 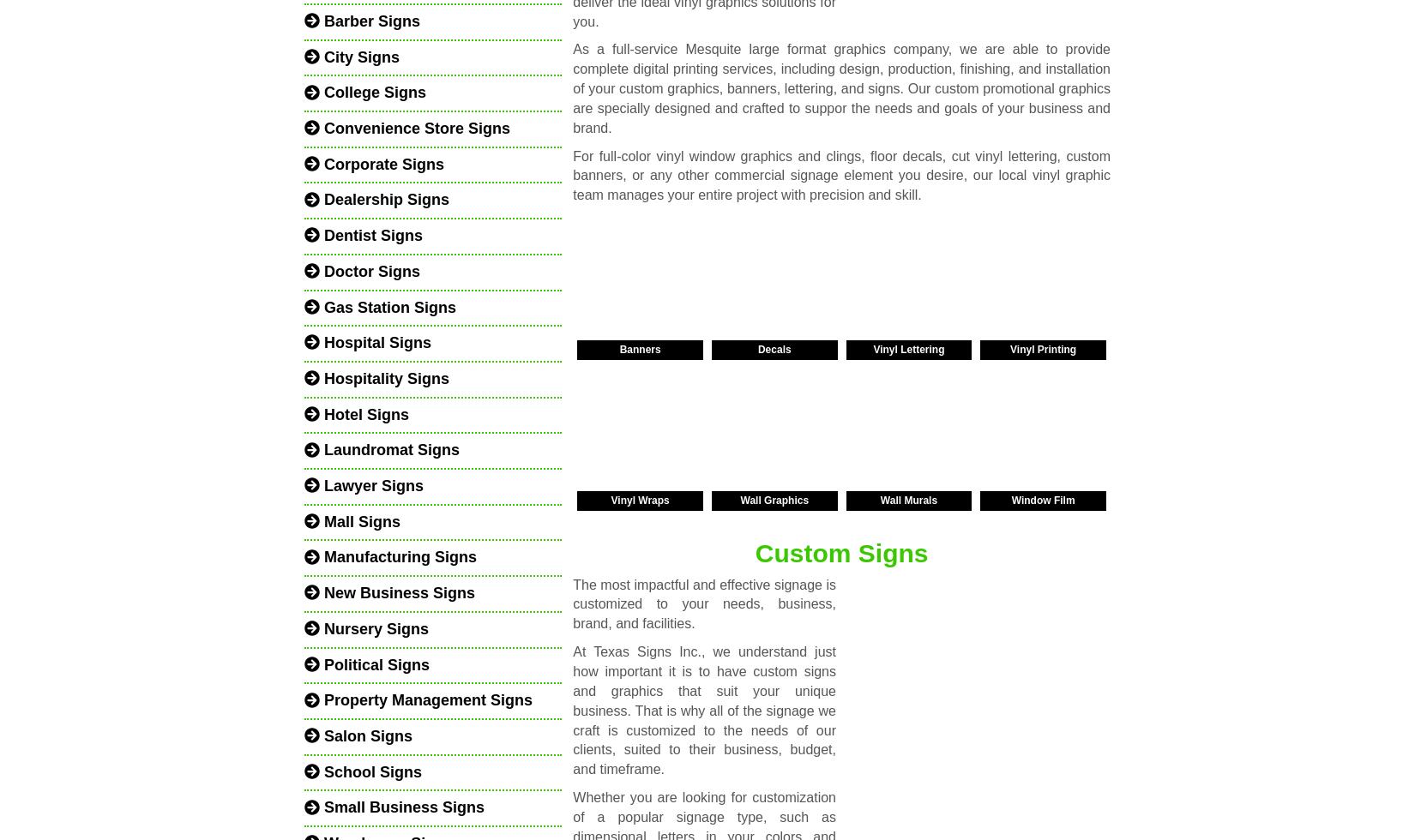 What do you see at coordinates (320, 771) in the screenshot?
I see `'School Signs'` at bounding box center [320, 771].